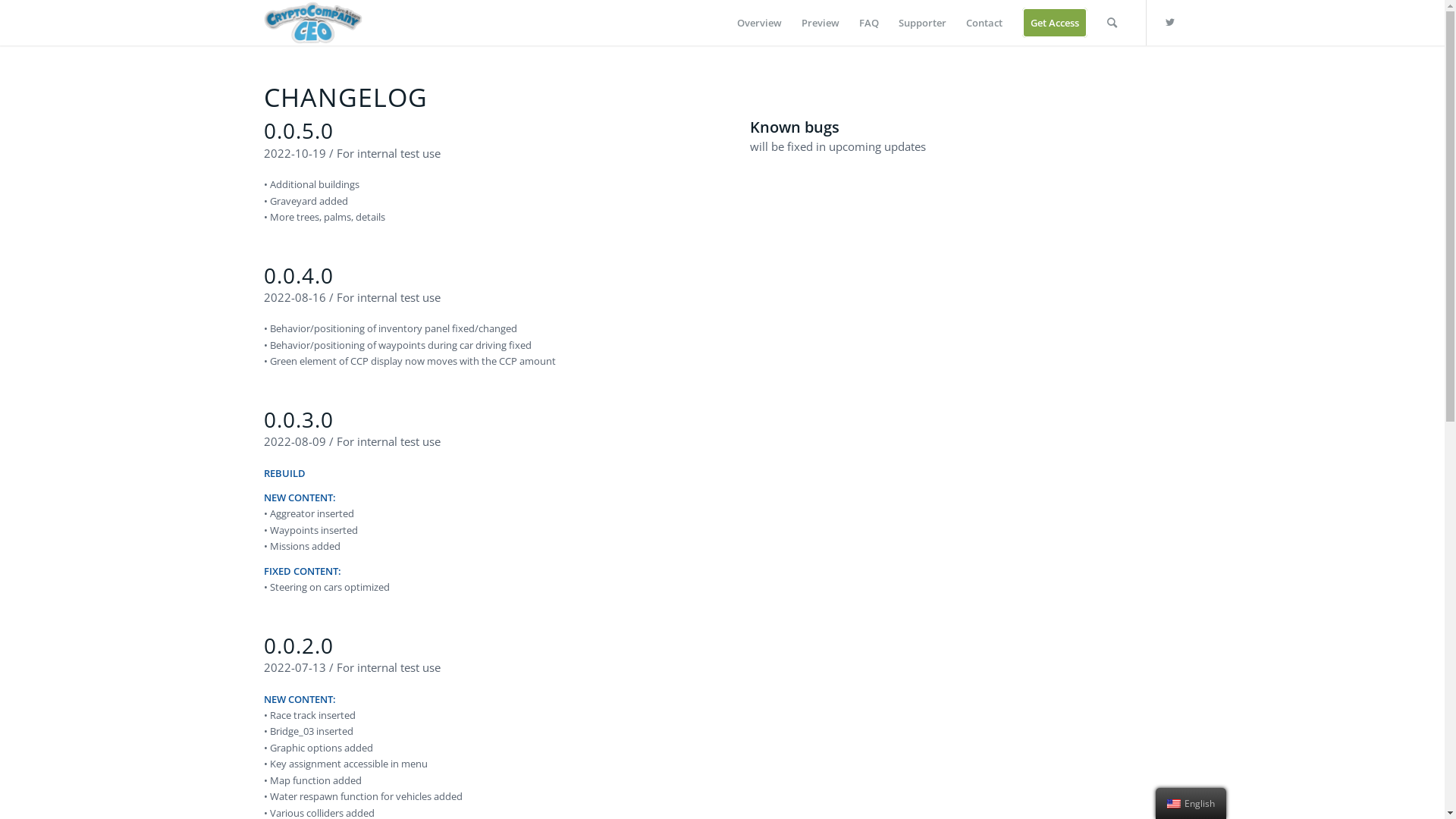 The image size is (1456, 819). Describe the element at coordinates (758, 23) in the screenshot. I see `'Overview'` at that location.